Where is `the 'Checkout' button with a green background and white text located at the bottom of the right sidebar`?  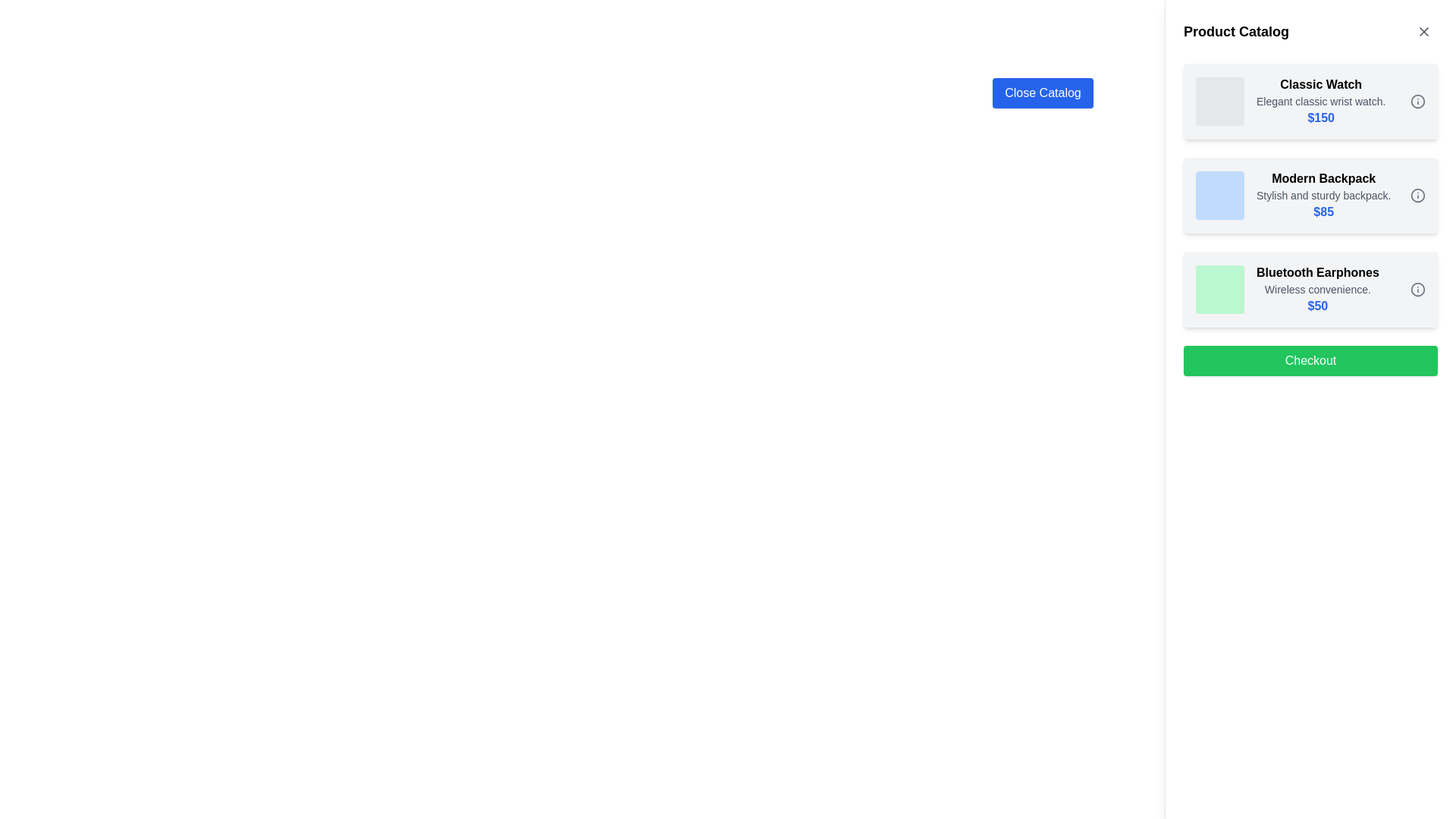
the 'Checkout' button with a green background and white text located at the bottom of the right sidebar is located at coordinates (1310, 360).